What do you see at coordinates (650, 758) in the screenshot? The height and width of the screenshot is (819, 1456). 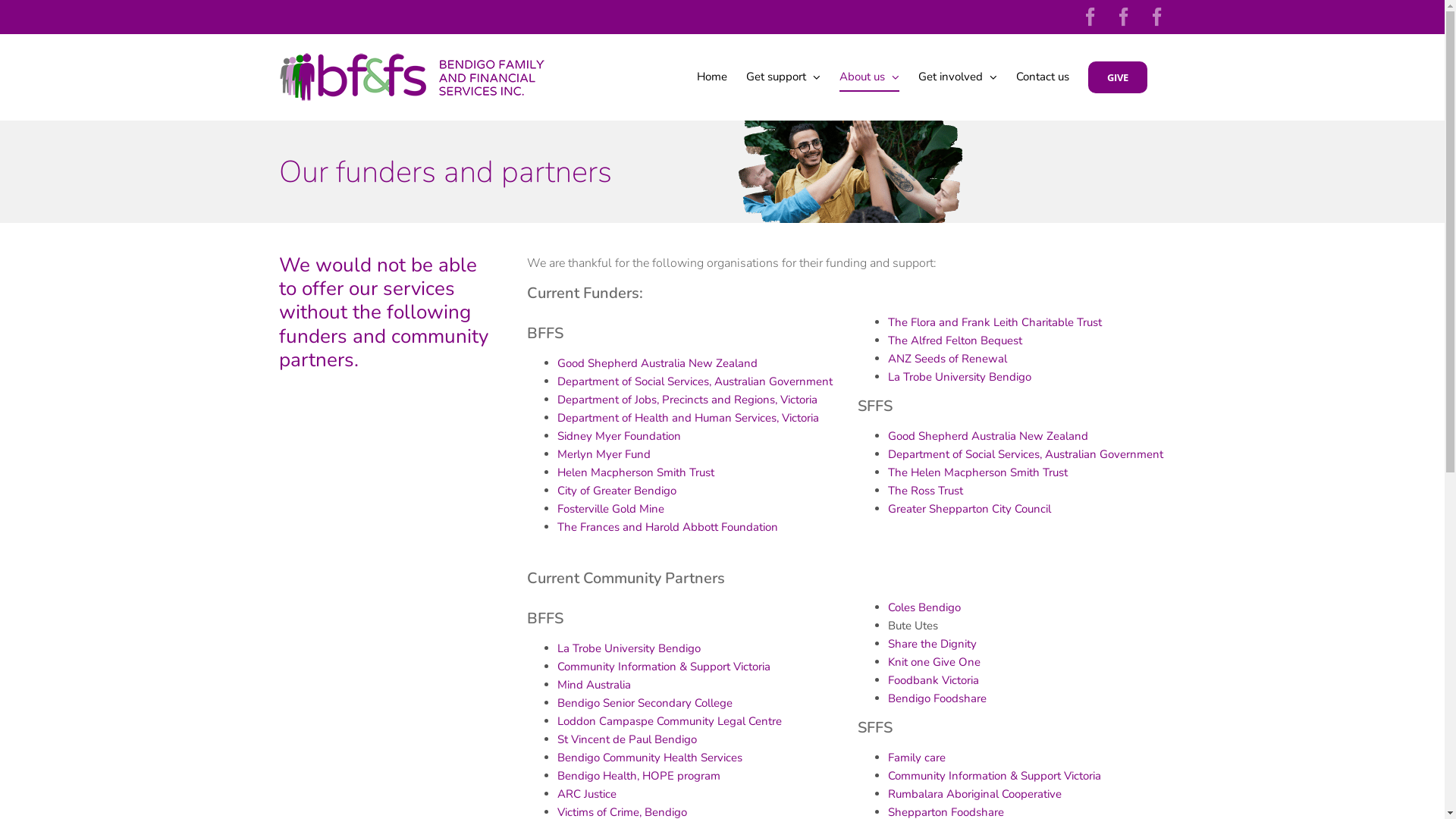 I see `'Bendigo Community Health Services'` at bounding box center [650, 758].